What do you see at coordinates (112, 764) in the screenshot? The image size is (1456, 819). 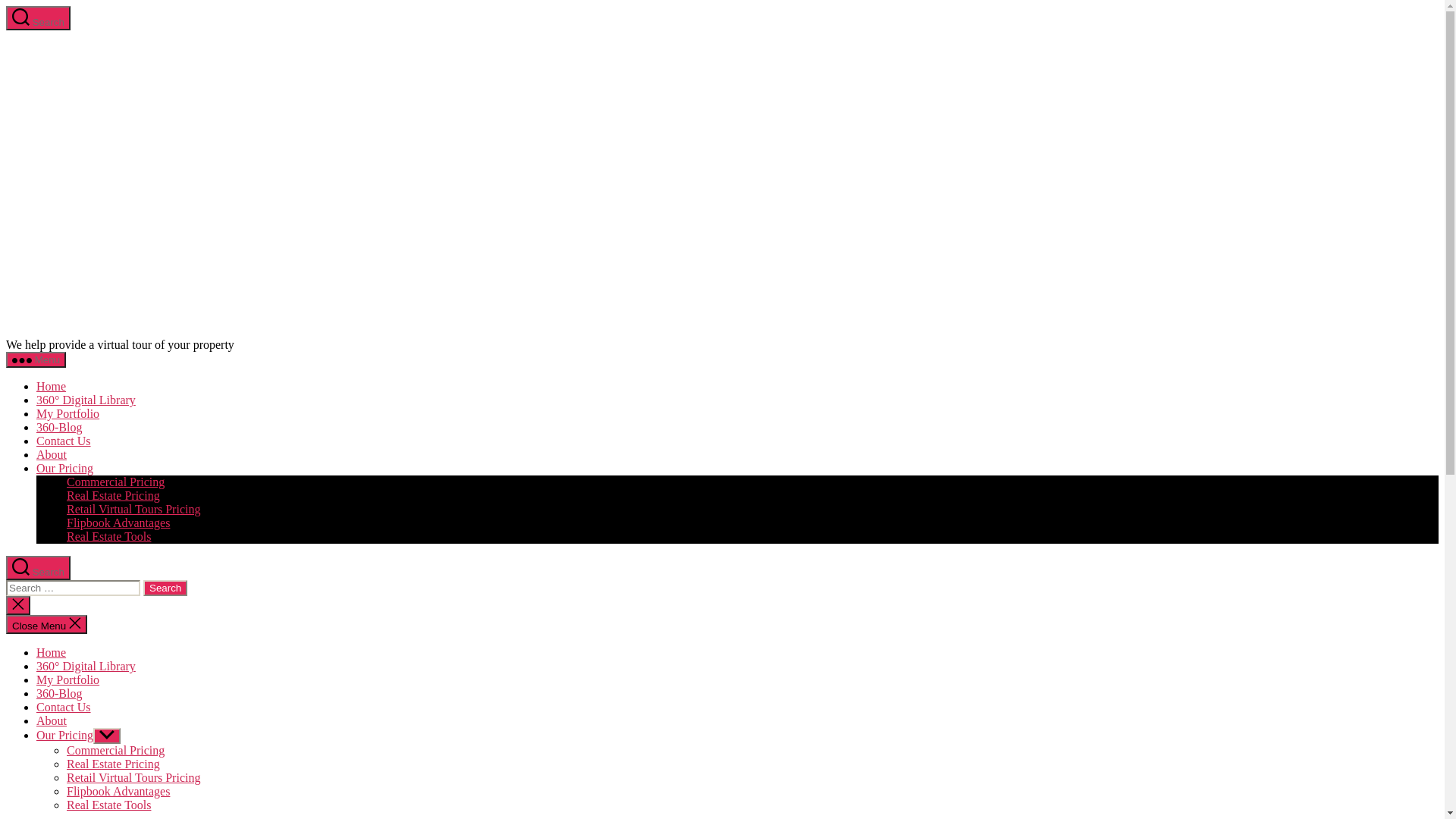 I see `'Real Estate Pricing'` at bounding box center [112, 764].